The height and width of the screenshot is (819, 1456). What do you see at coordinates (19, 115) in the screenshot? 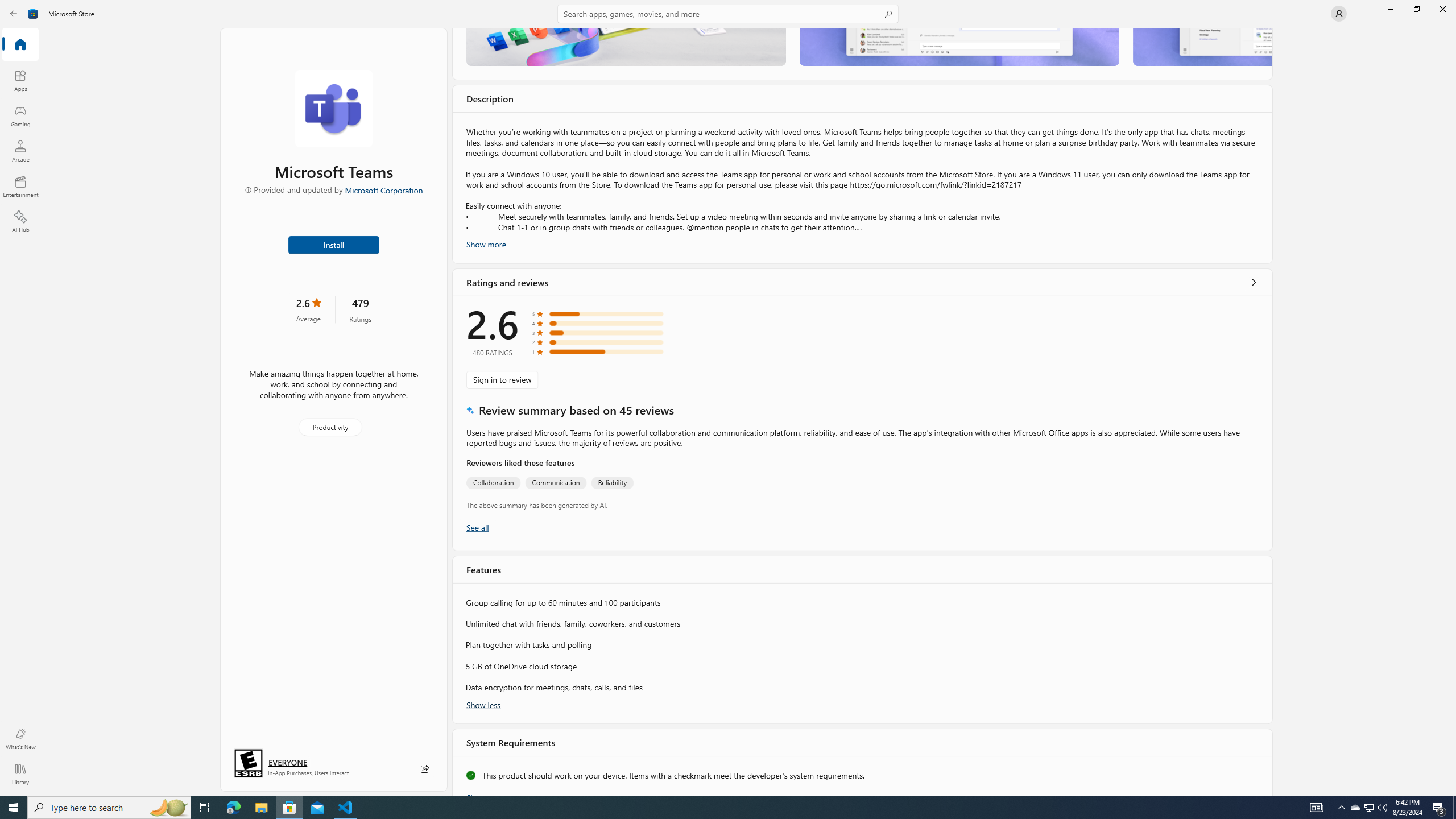
I see `'Gaming'` at bounding box center [19, 115].